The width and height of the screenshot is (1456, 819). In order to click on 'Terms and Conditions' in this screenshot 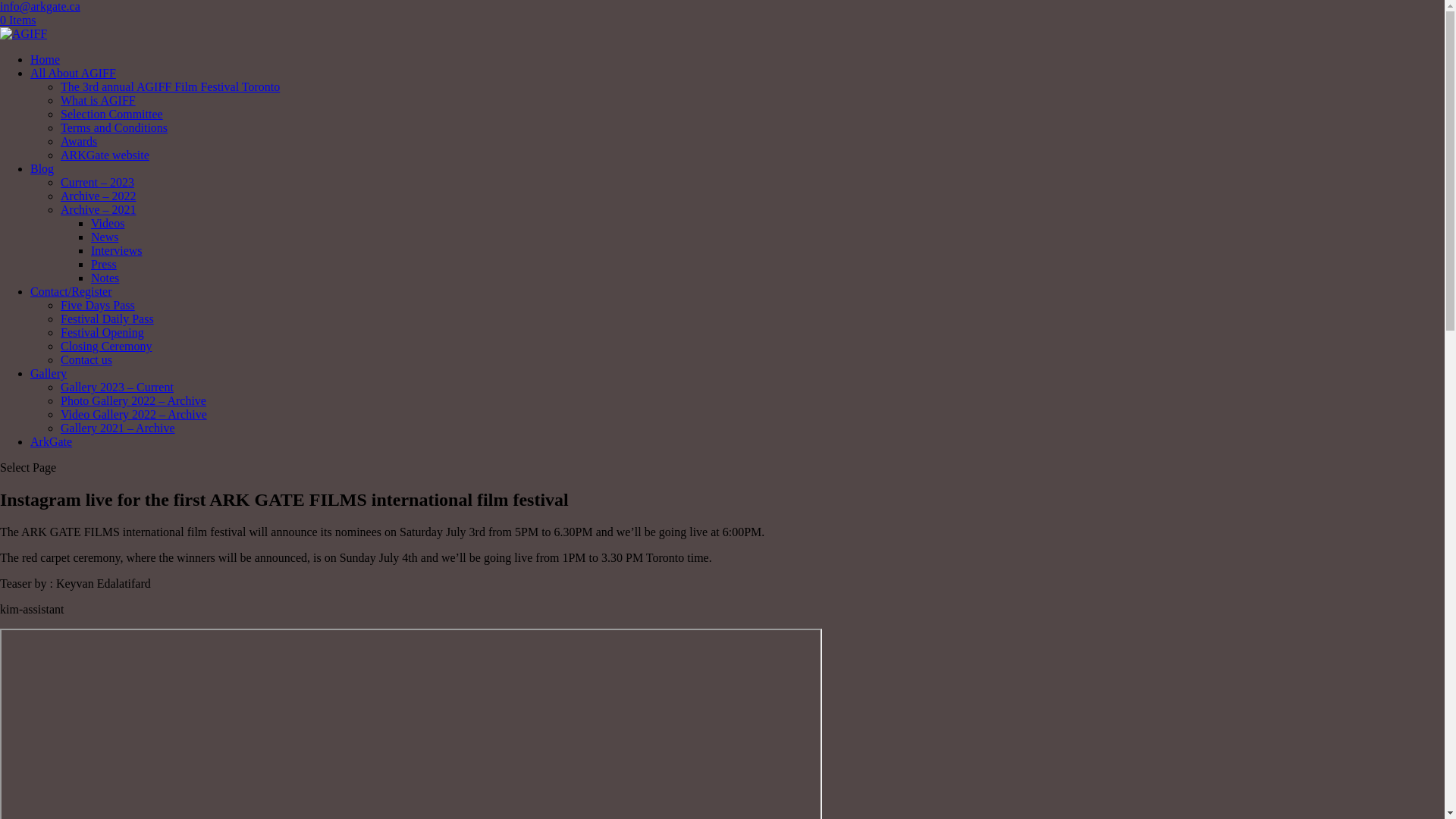, I will do `click(113, 127)`.